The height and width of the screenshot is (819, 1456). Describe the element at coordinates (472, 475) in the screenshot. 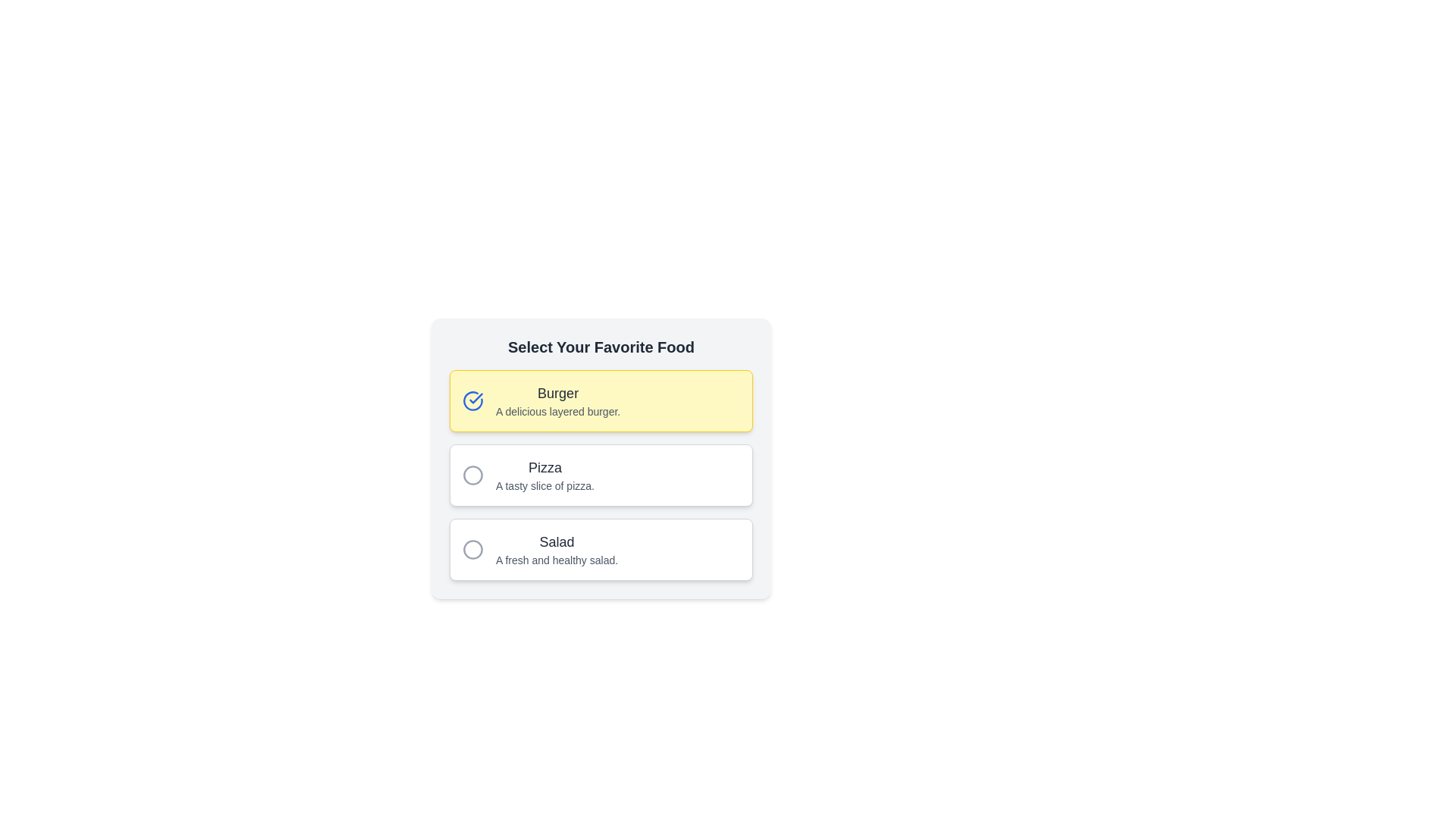

I see `the radio button styled as a circle icon located to the left of the text 'Pizza'` at that location.